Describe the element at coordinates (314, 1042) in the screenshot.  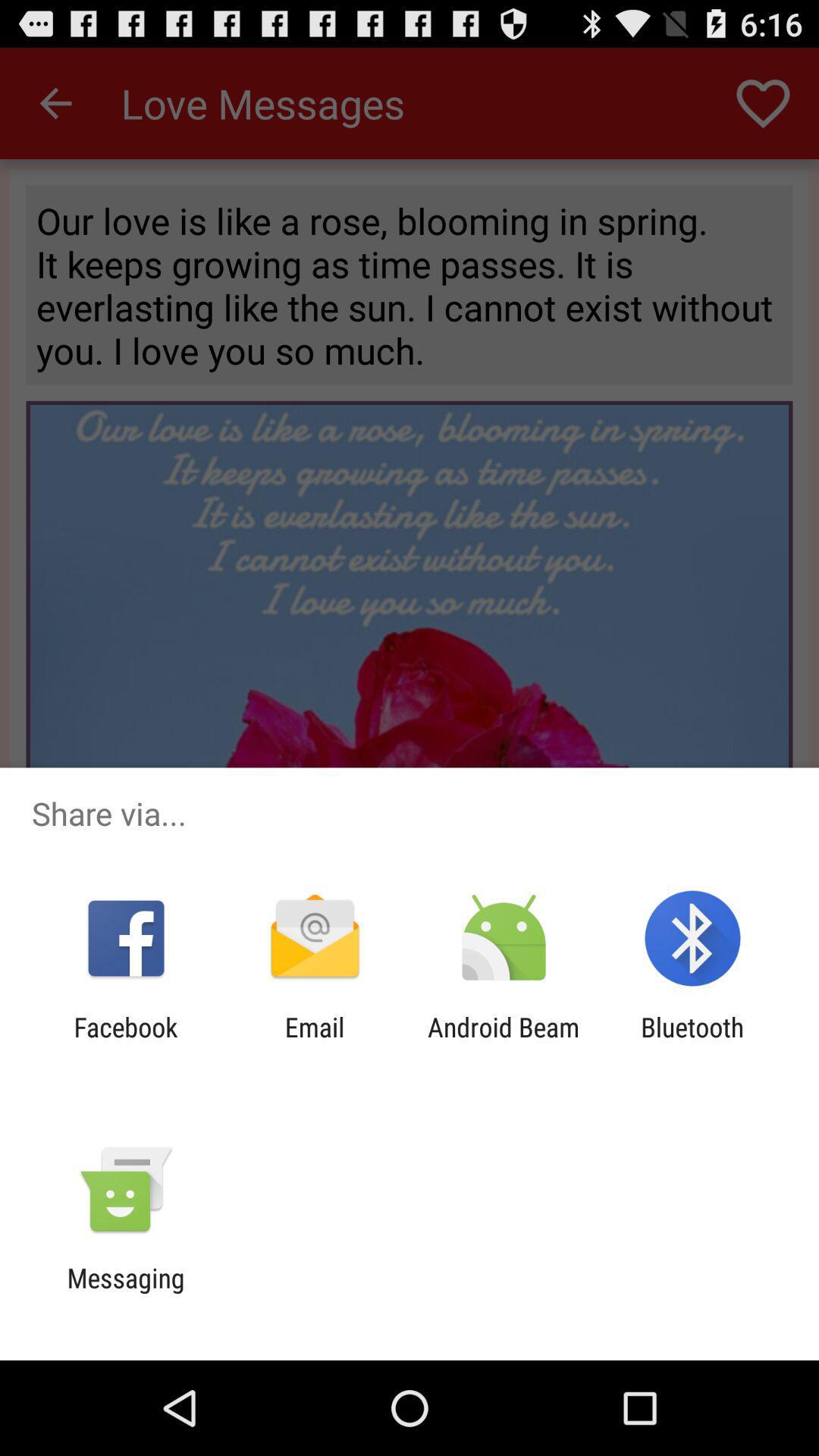
I see `email item` at that location.